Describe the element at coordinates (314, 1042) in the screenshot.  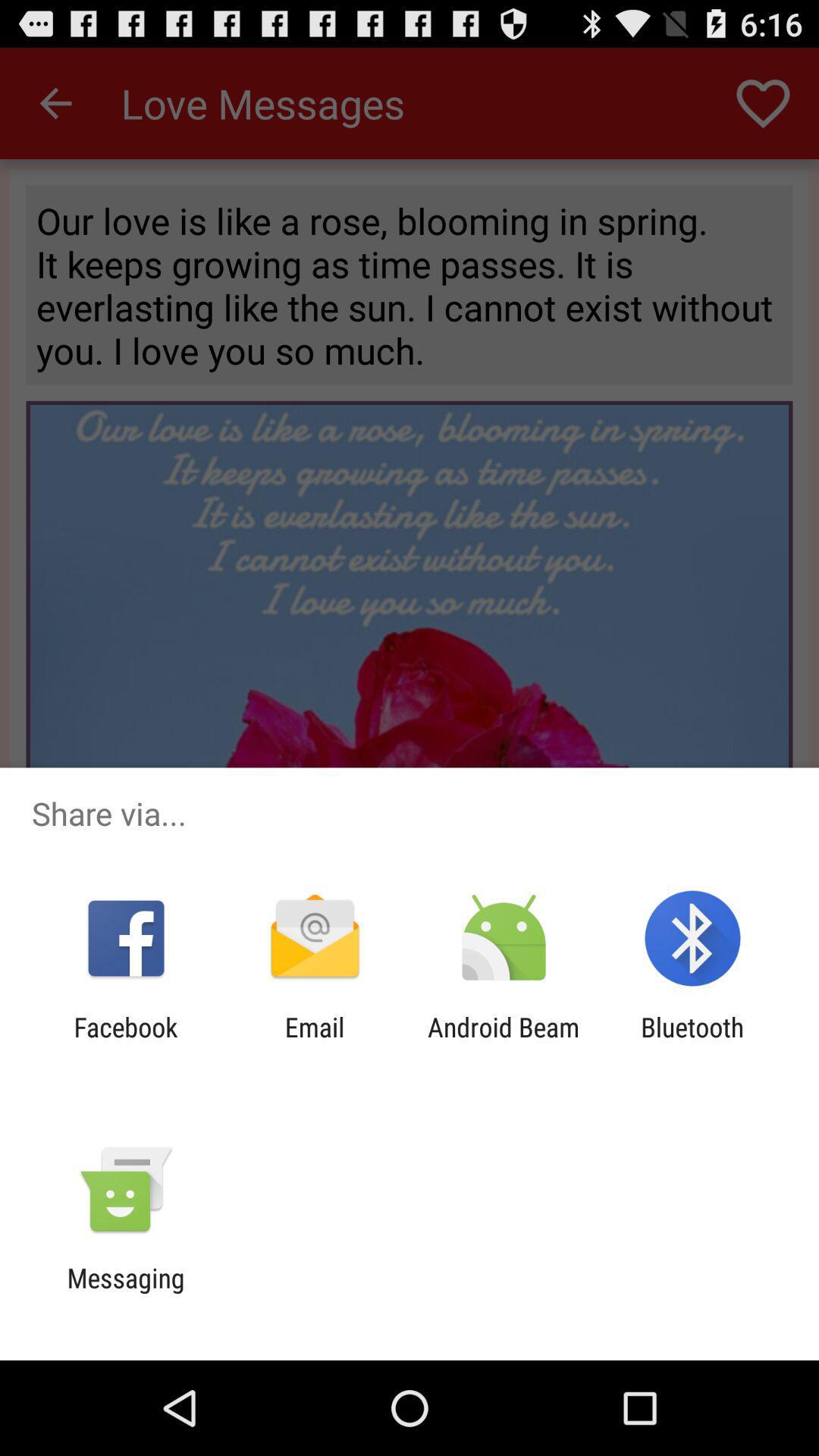
I see `email item` at that location.